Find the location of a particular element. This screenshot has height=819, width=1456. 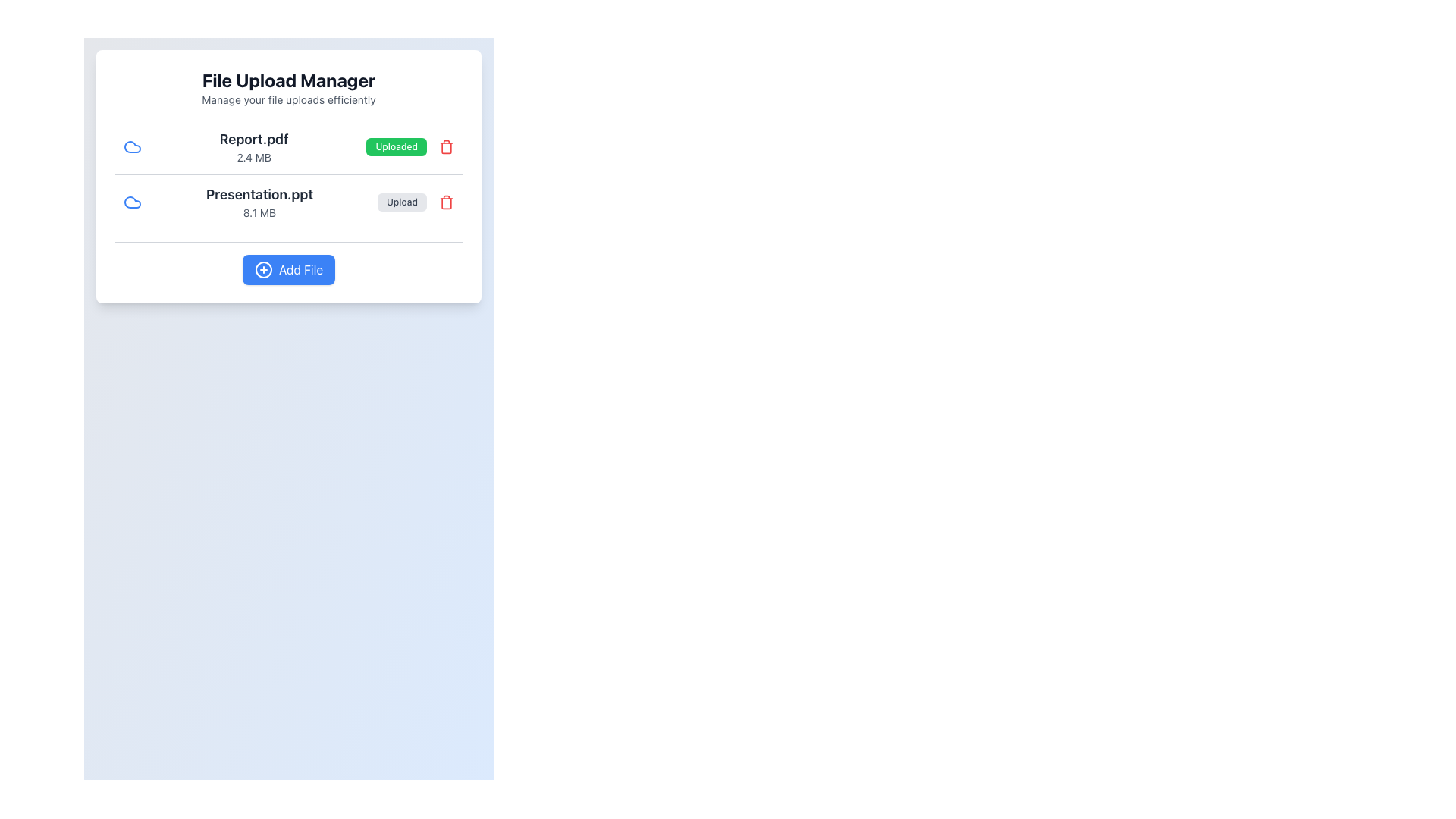

the static label displaying the file size '2.4 MB' located directly below the filename 'Report.pdf' in the 'File Upload Manager' interface is located at coordinates (254, 158).